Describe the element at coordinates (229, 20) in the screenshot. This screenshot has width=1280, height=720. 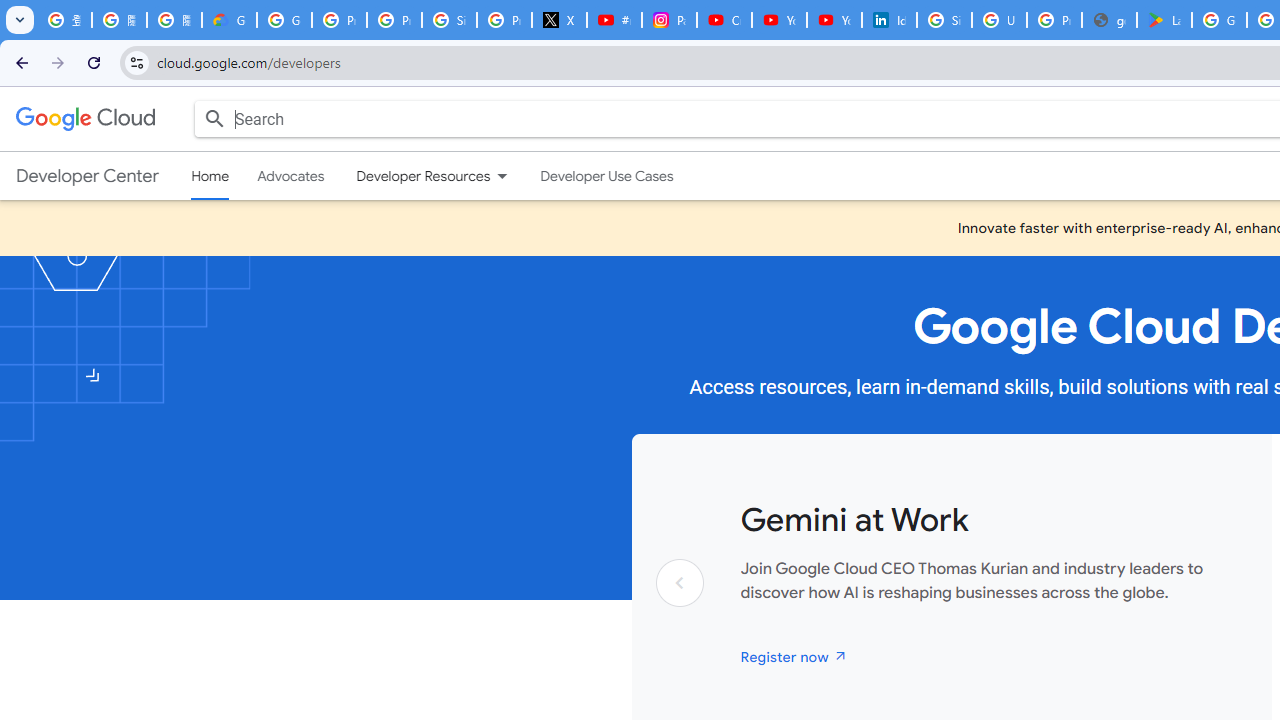
I see `'Google Cloud Privacy Notice'` at that location.